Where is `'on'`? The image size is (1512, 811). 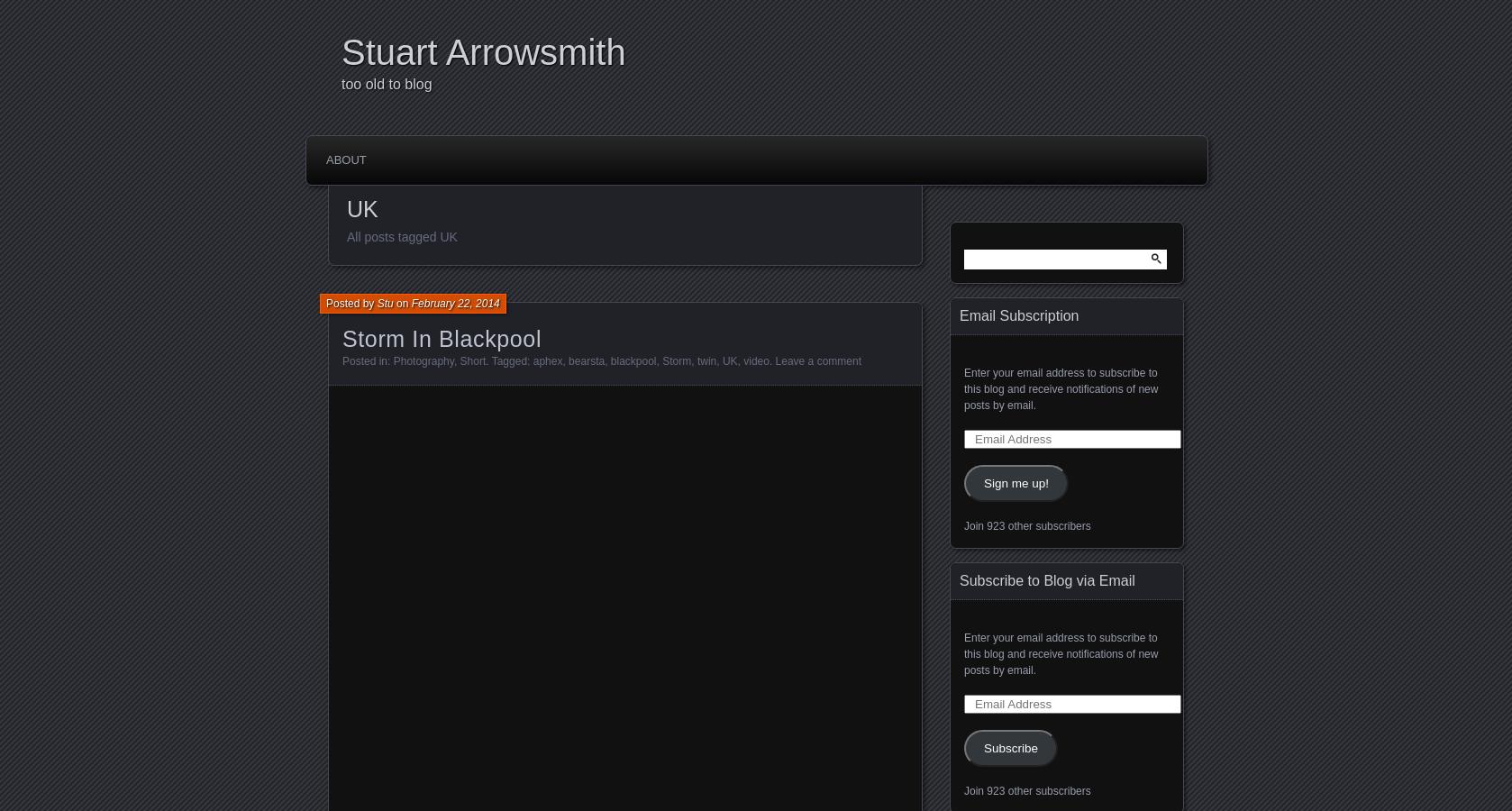 'on' is located at coordinates (401, 302).